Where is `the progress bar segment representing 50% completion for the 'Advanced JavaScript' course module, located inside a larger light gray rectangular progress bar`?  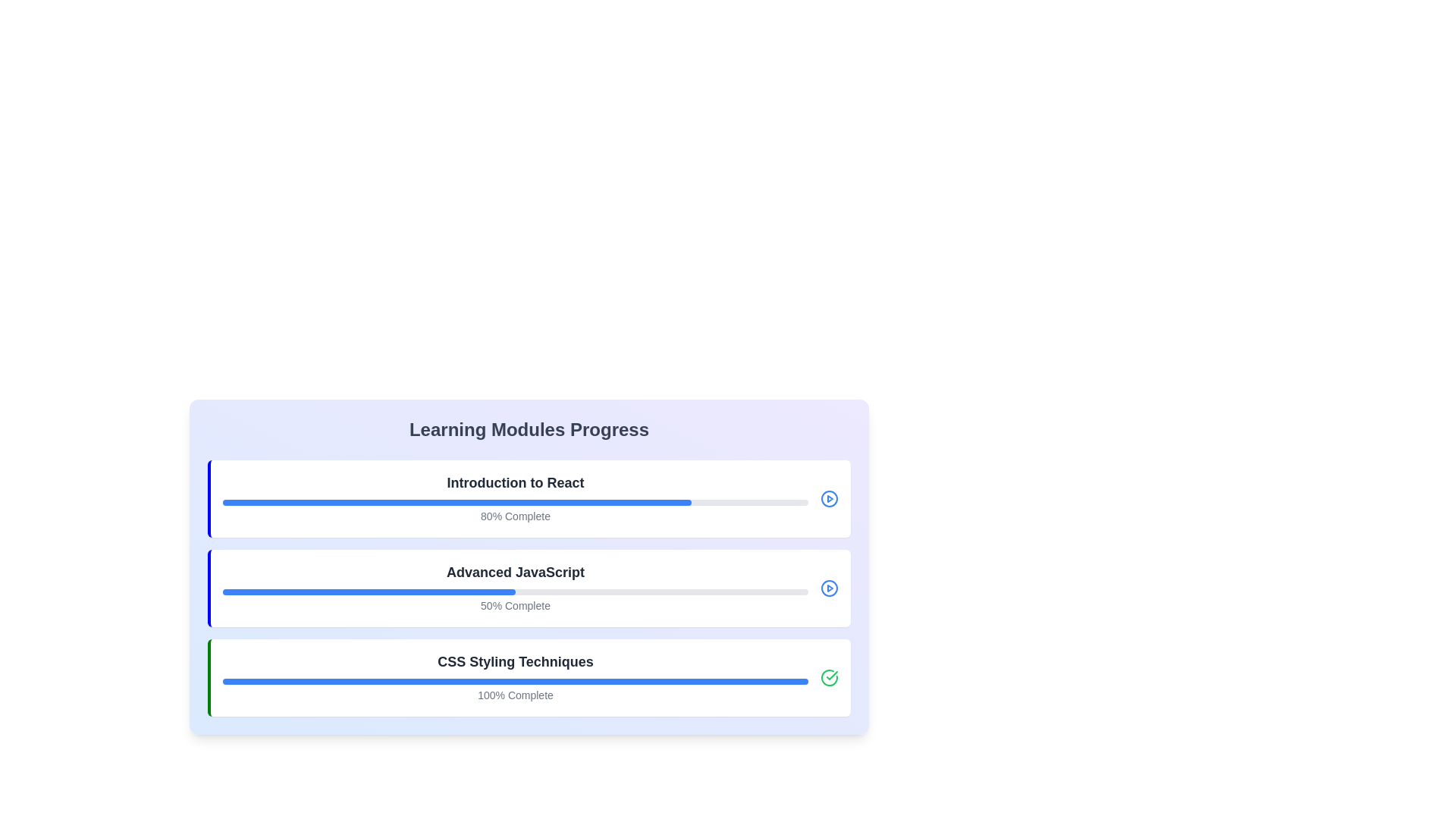
the progress bar segment representing 50% completion for the 'Advanced JavaScript' course module, located inside a larger light gray rectangular progress bar is located at coordinates (369, 591).